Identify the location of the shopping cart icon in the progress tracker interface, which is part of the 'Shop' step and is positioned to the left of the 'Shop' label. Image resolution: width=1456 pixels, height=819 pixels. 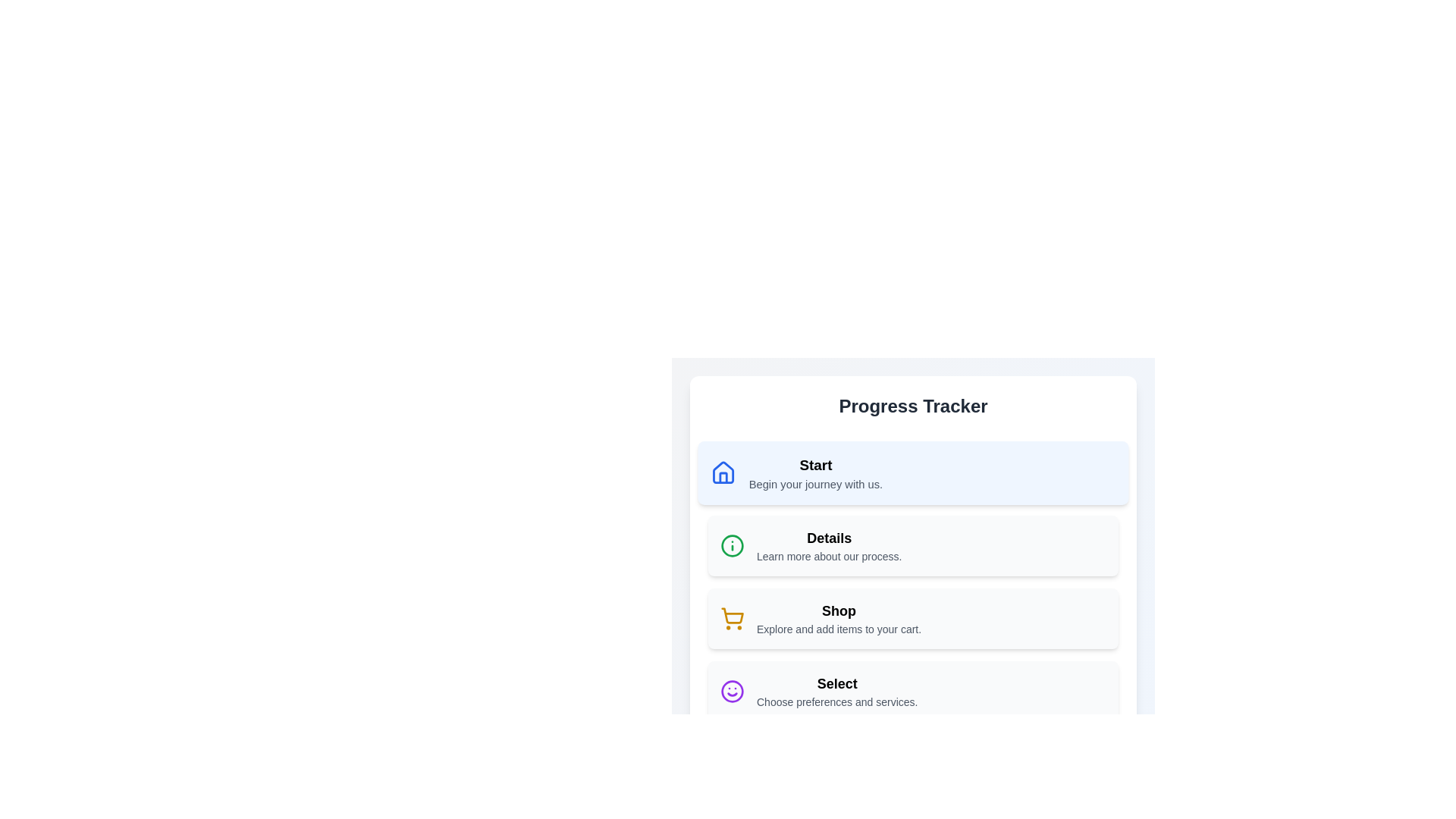
(733, 616).